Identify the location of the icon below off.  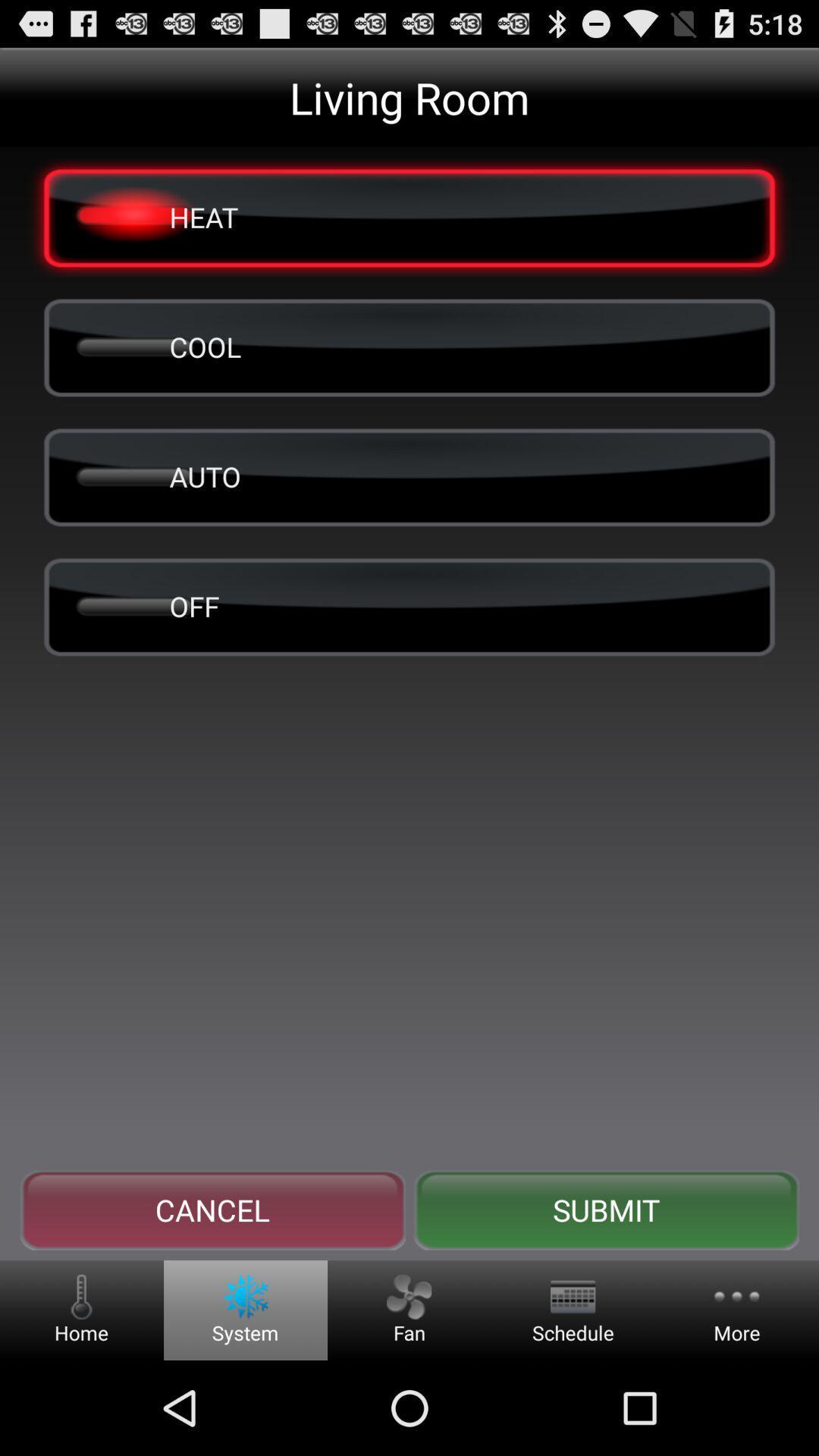
(212, 1210).